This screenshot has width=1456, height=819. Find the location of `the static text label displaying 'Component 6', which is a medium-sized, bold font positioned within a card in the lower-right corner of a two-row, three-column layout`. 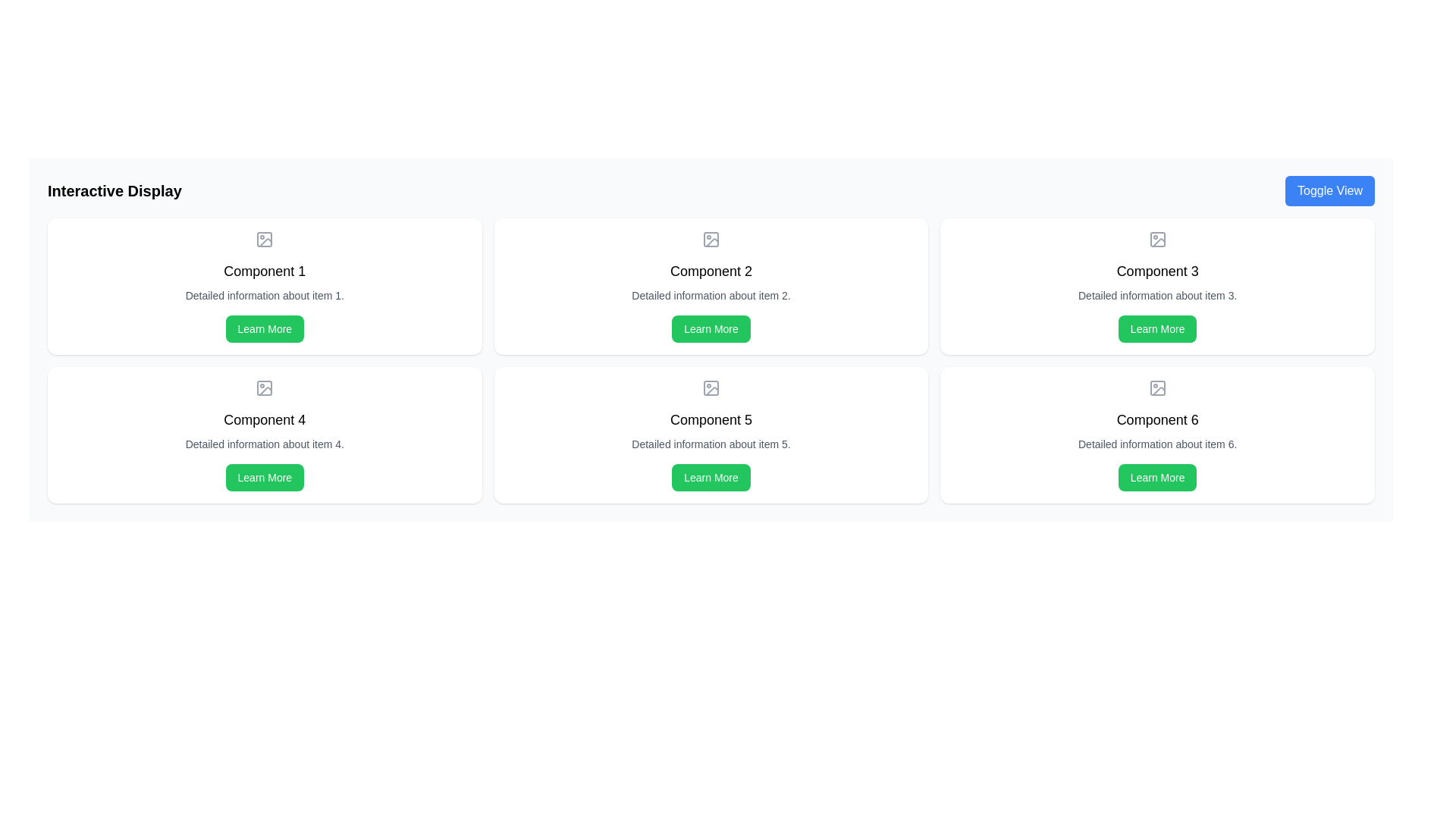

the static text label displaying 'Component 6', which is a medium-sized, bold font positioned within a card in the lower-right corner of a two-row, three-column layout is located at coordinates (1156, 420).